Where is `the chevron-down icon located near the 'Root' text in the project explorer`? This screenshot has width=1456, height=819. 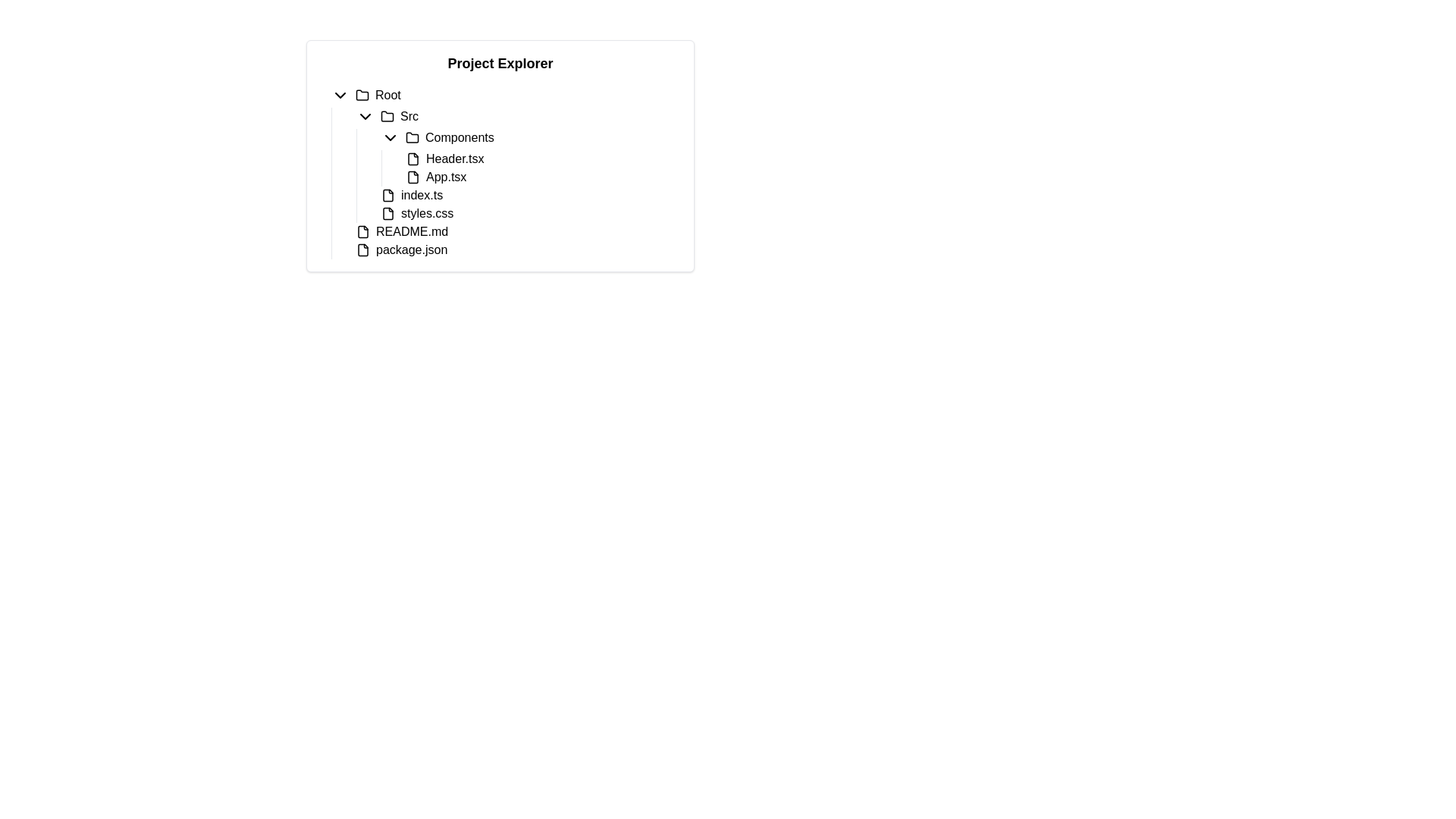 the chevron-down icon located near the 'Root' text in the project explorer is located at coordinates (340, 96).